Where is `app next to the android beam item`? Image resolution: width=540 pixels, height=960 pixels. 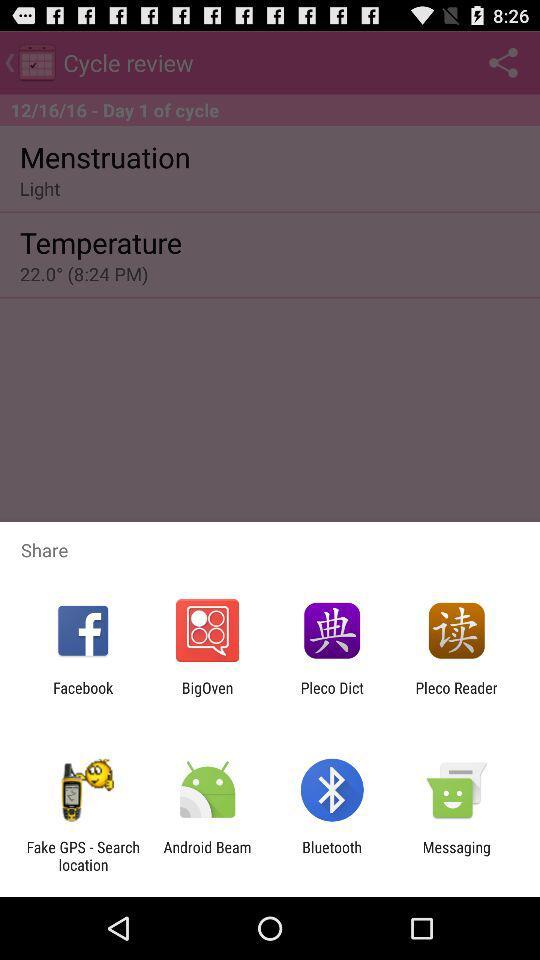 app next to the android beam item is located at coordinates (82, 855).